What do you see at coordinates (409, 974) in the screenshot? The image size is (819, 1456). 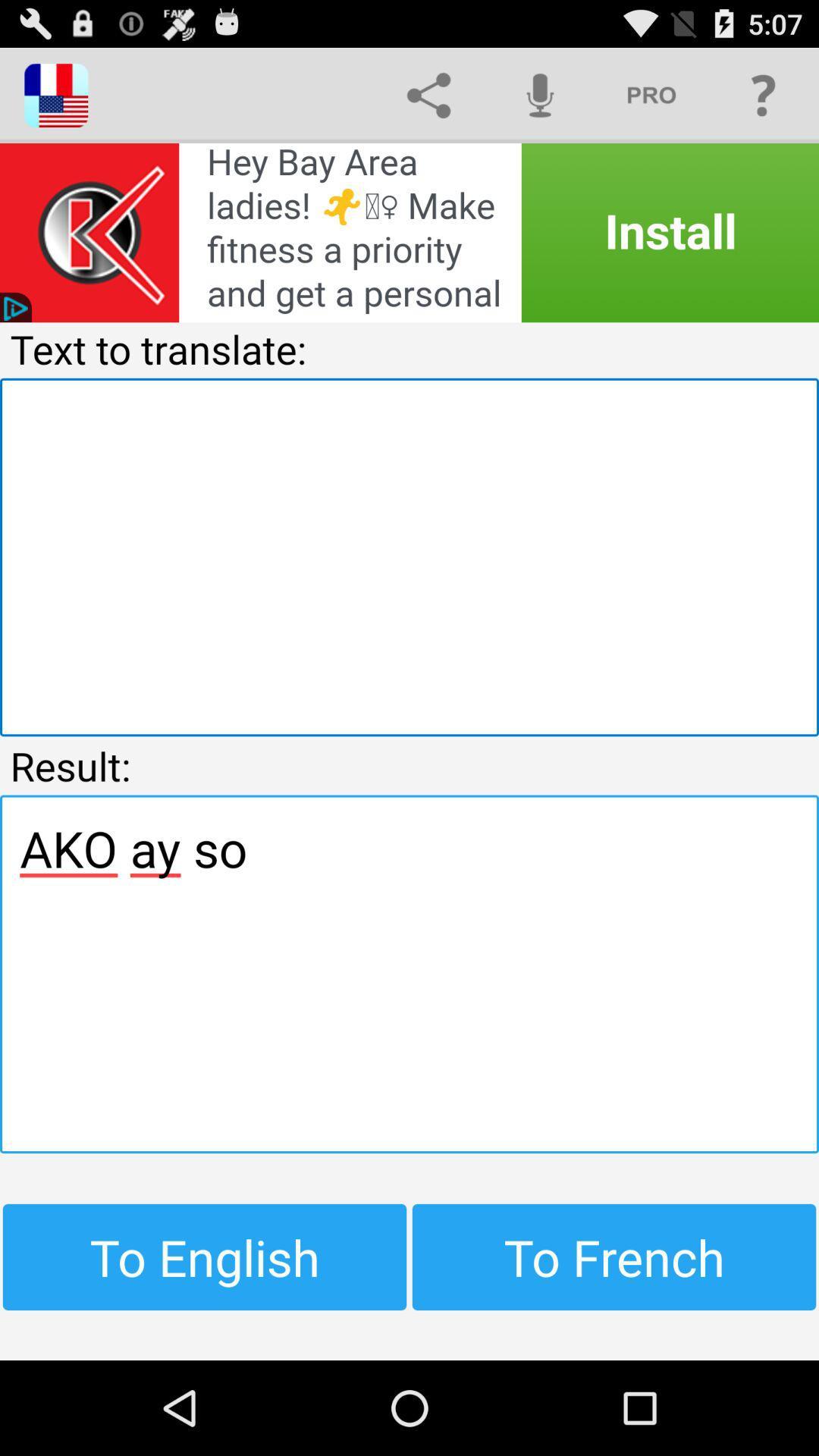 I see `item above to english icon` at bounding box center [409, 974].